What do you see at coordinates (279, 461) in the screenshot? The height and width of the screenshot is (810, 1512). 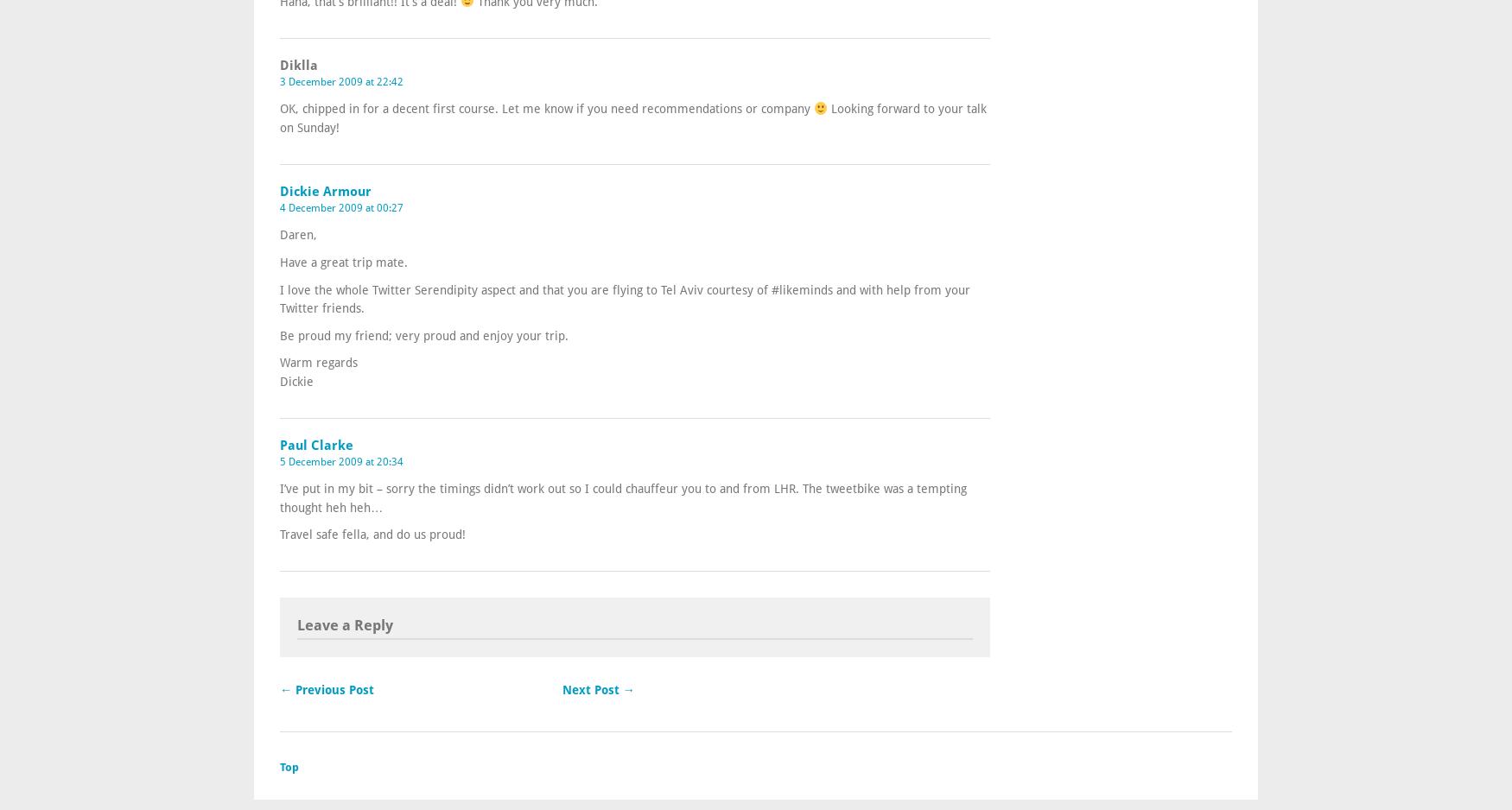 I see `'5 December 2009 at 20:34'` at bounding box center [279, 461].